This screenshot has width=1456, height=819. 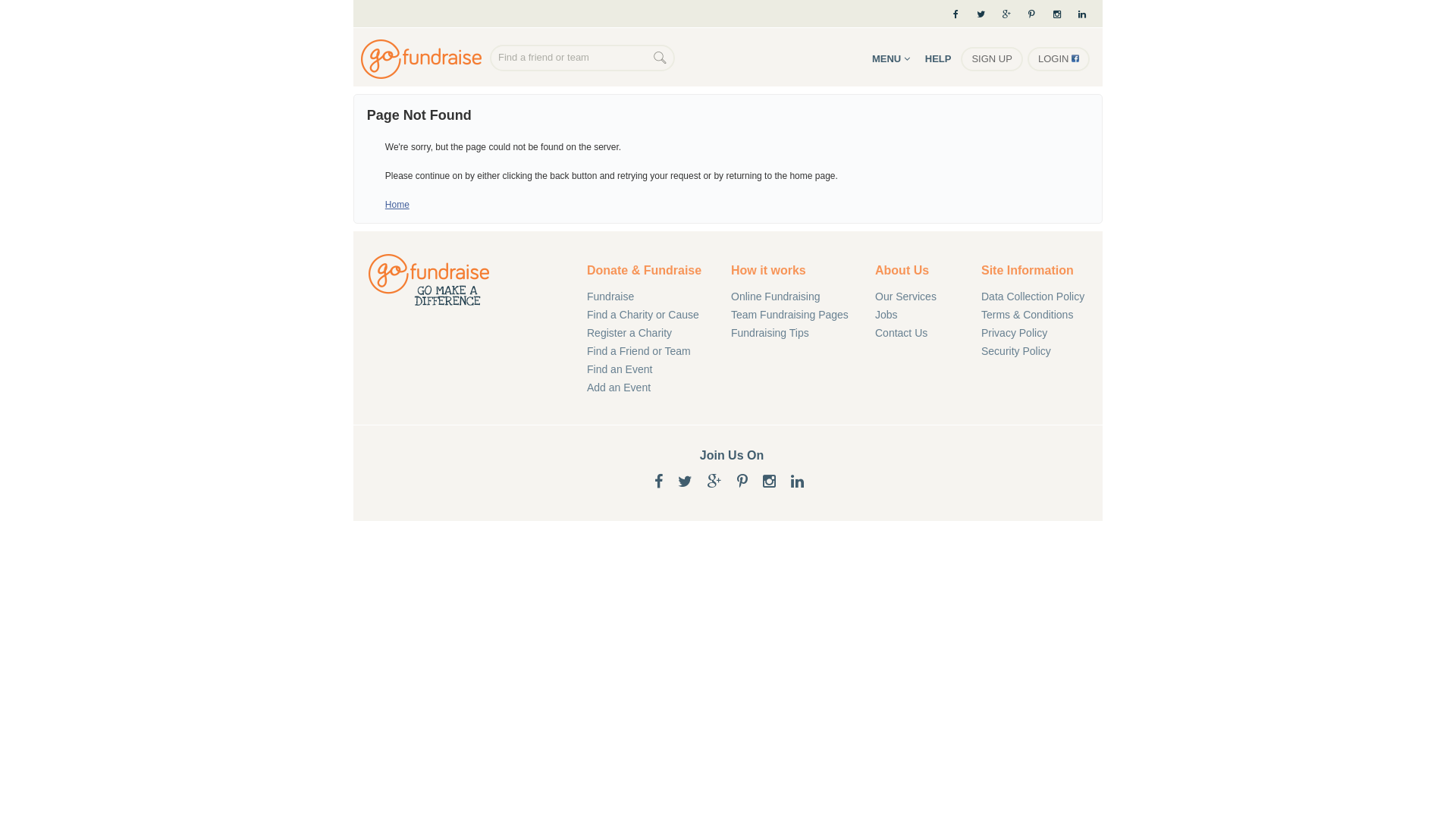 I want to click on 'Home', so click(x=385, y=205).